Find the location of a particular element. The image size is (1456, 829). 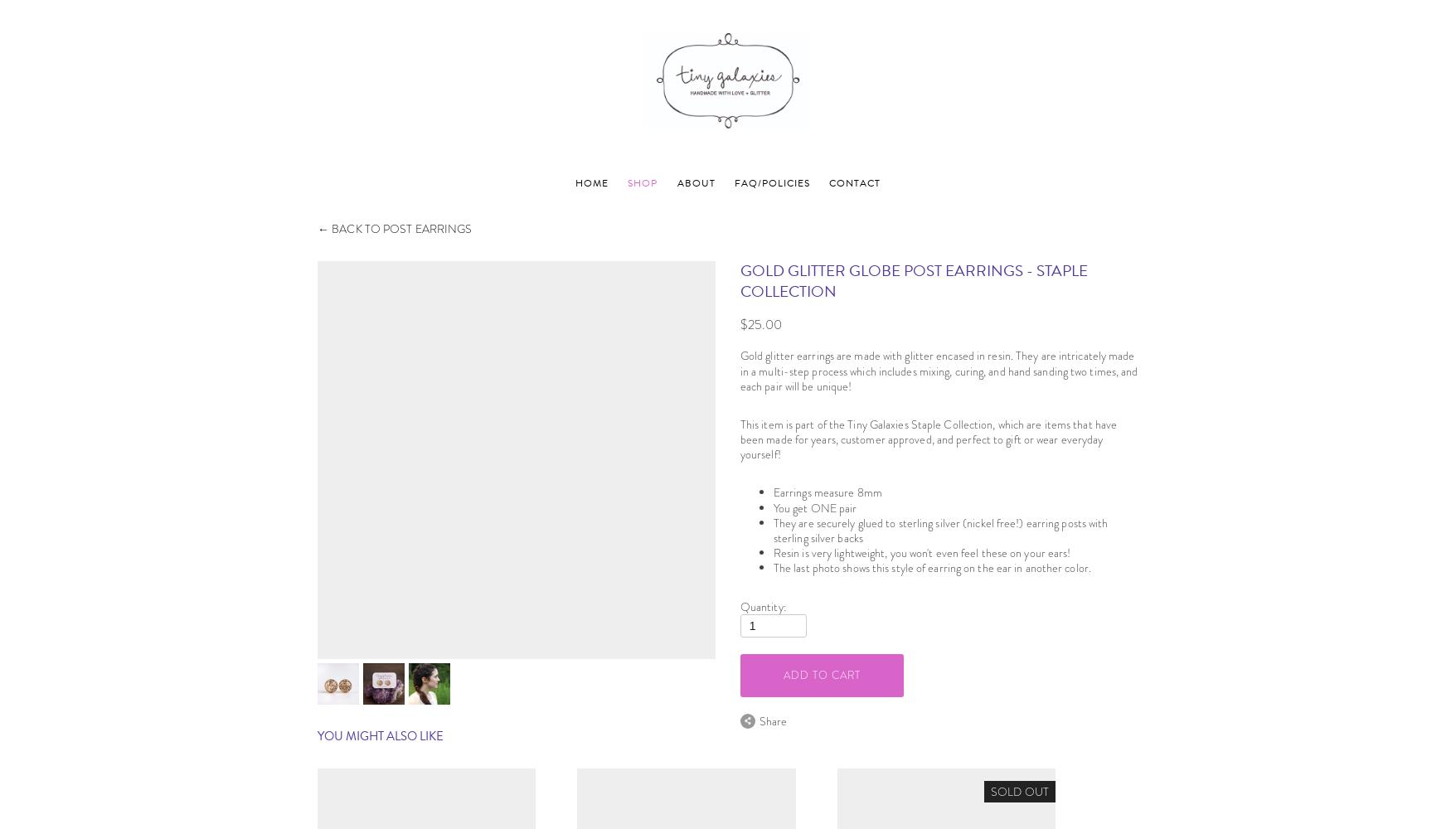

'About' is located at coordinates (695, 182).